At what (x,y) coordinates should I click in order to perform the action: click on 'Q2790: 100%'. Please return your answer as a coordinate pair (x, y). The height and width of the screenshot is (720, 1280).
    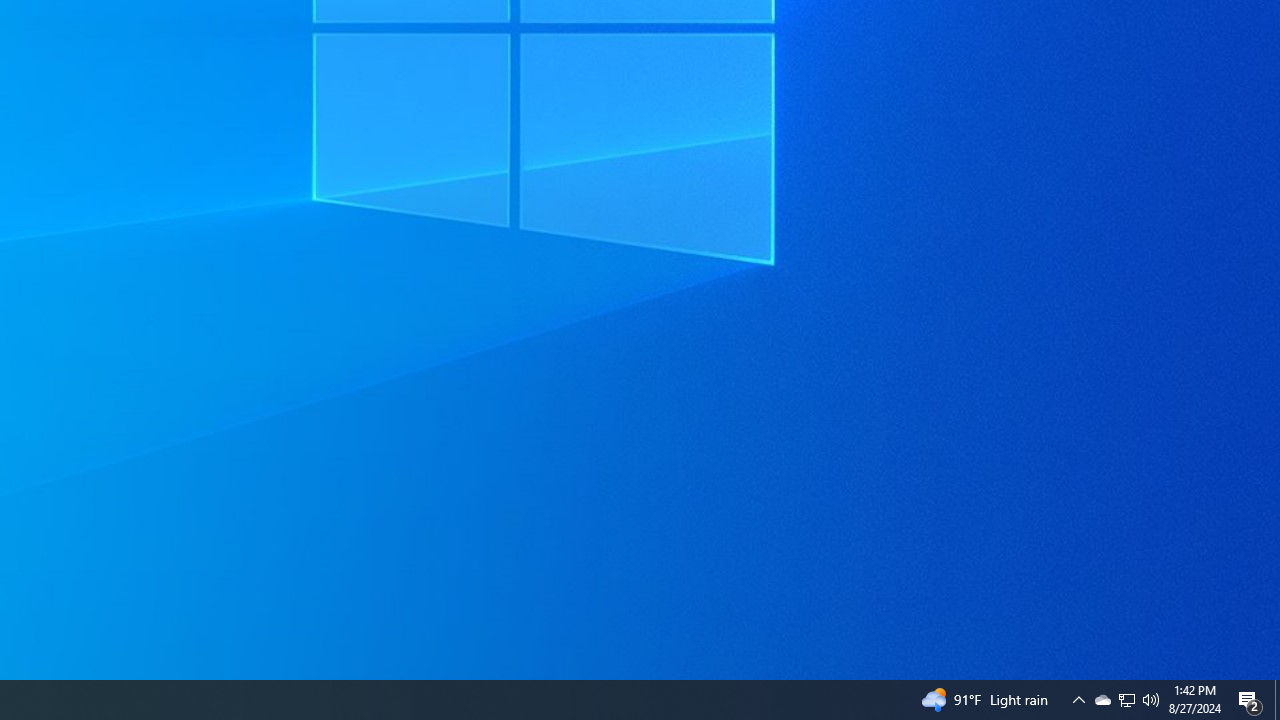
    Looking at the image, I should click on (1127, 698).